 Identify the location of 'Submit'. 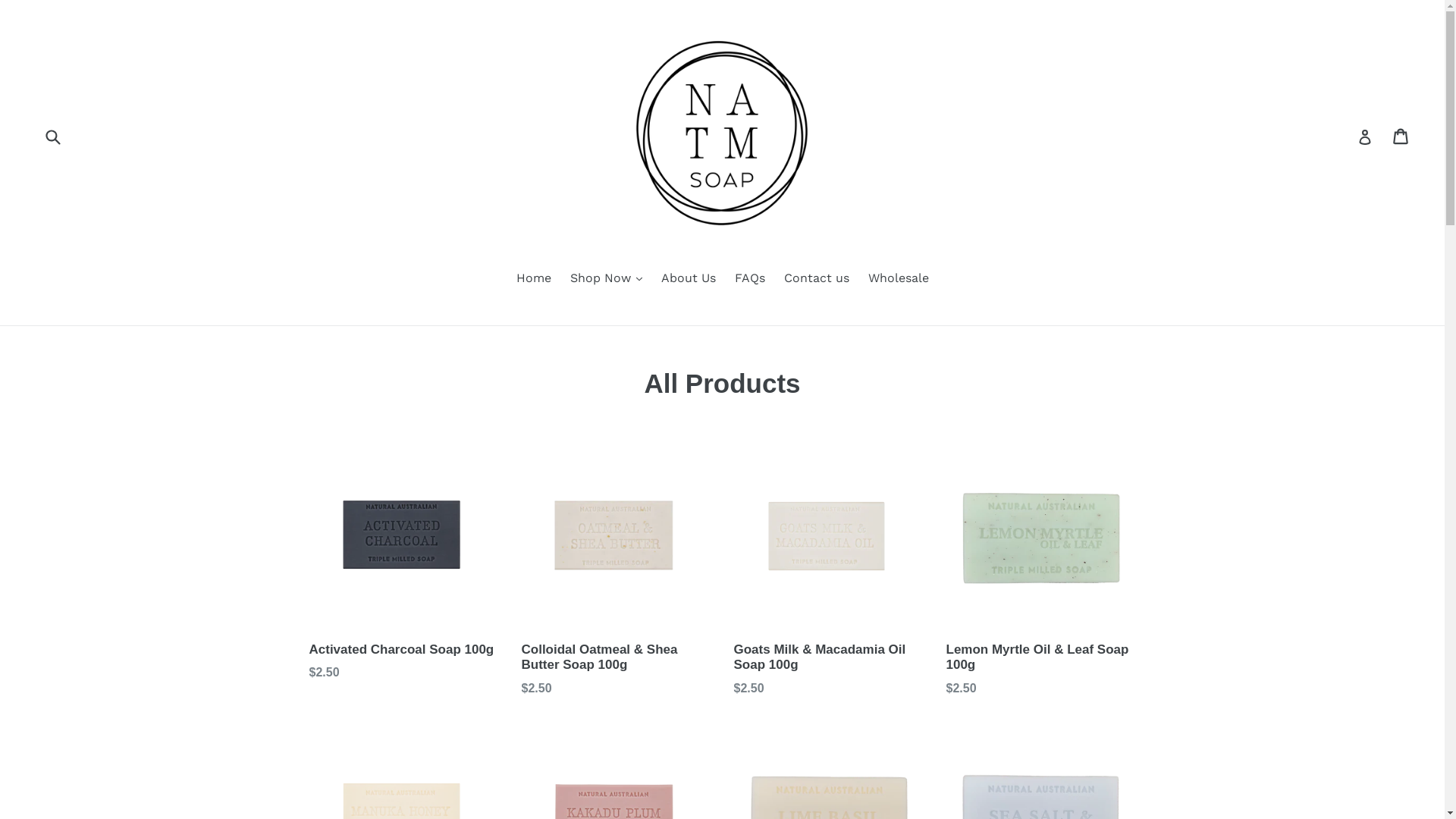
(41, 135).